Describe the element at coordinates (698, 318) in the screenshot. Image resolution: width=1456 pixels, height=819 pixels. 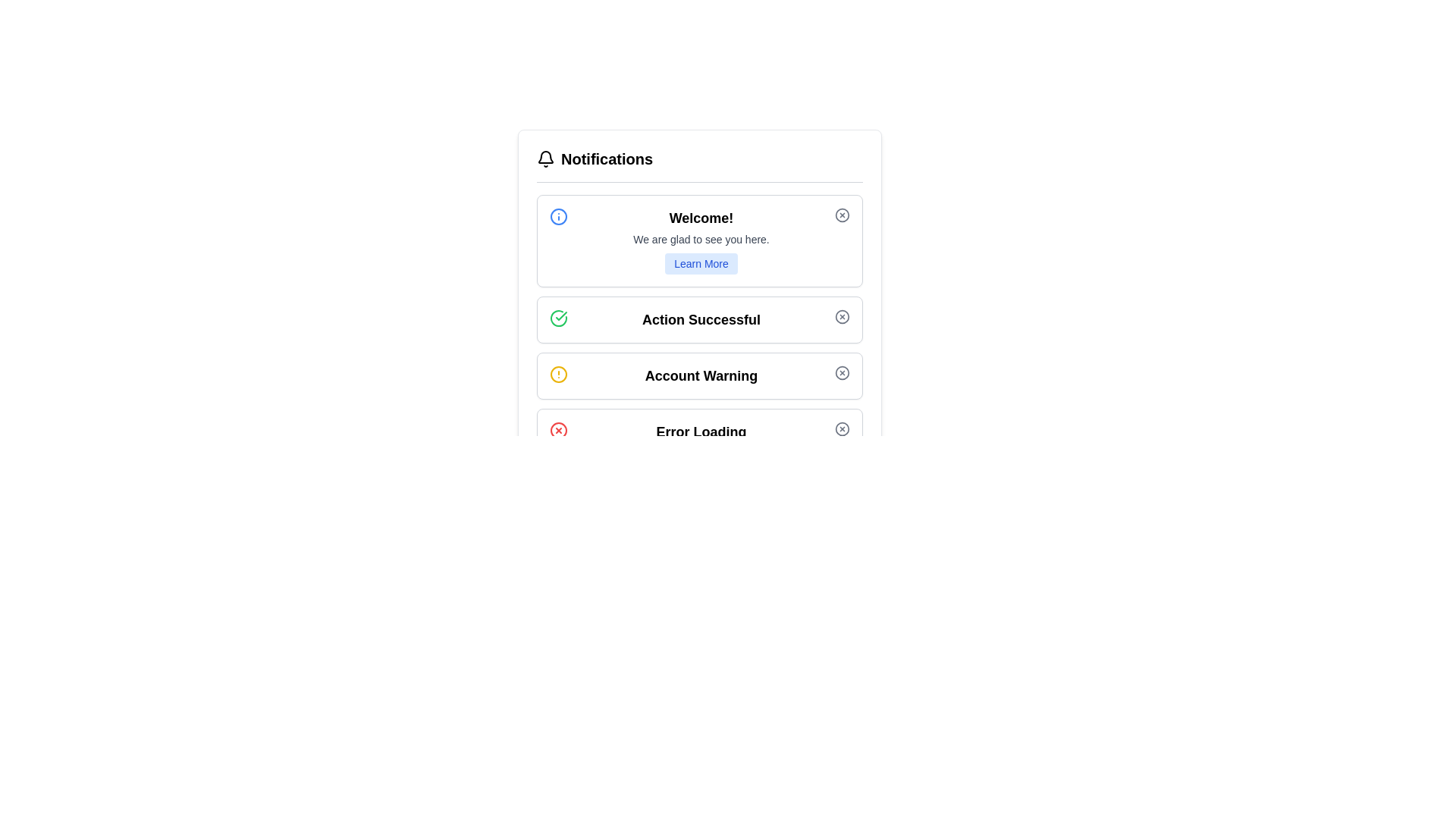
I see `the Notification Card displaying 'Action Successful' with a green checkmark icon, which is the second card in the notification list` at that location.